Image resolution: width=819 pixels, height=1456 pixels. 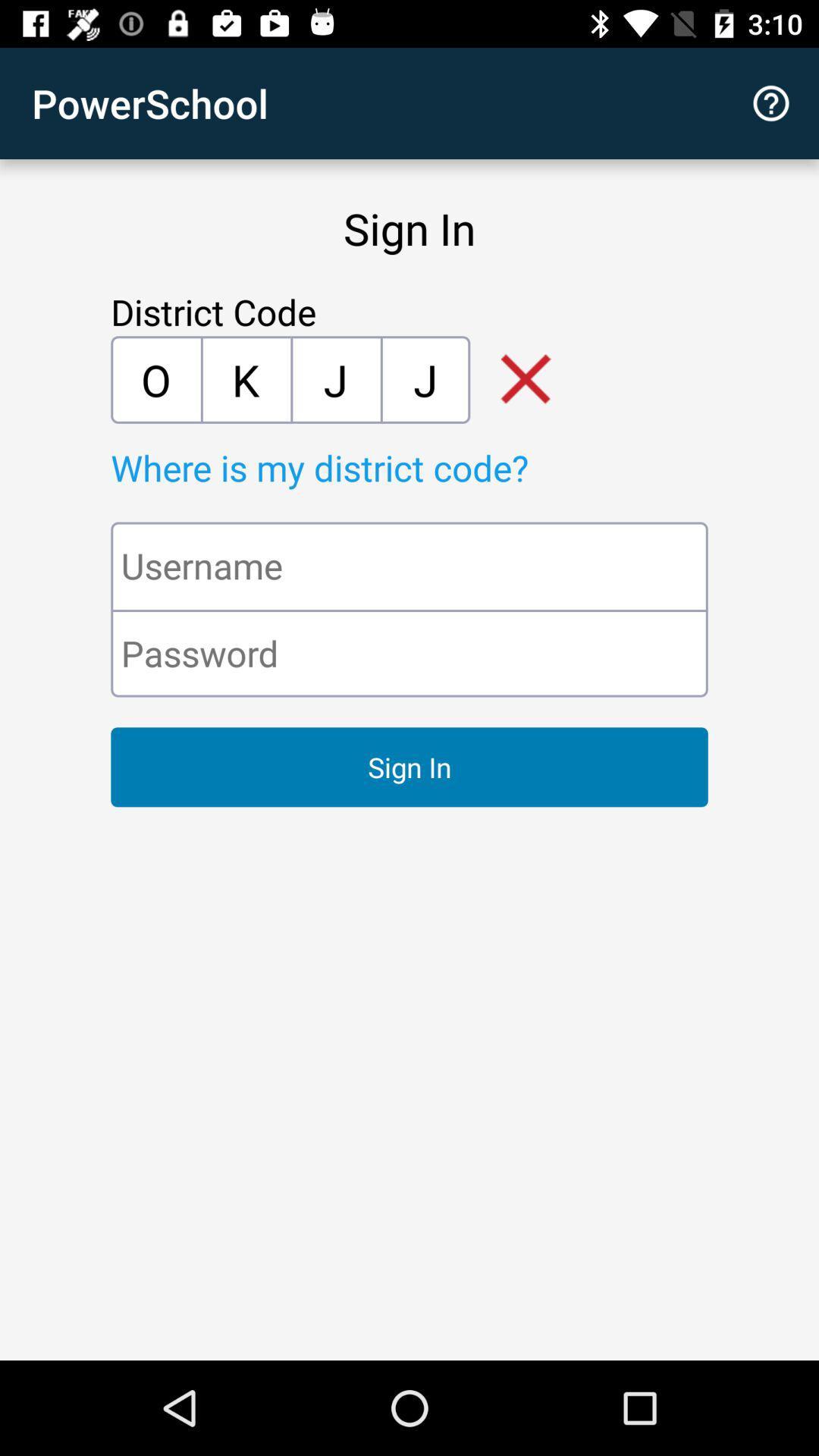 I want to click on password entry, so click(x=409, y=653).